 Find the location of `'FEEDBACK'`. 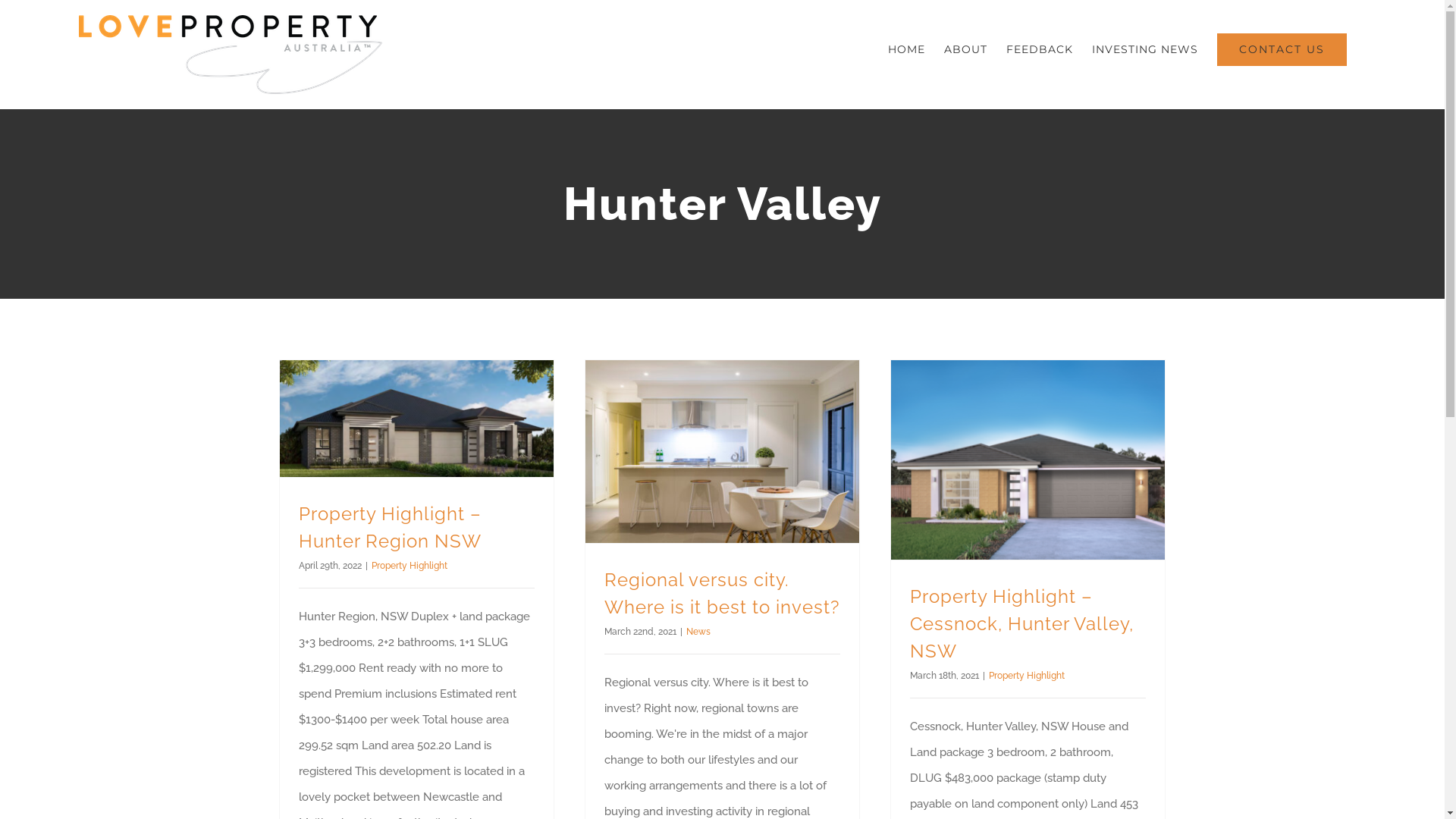

'FEEDBACK' is located at coordinates (1039, 49).